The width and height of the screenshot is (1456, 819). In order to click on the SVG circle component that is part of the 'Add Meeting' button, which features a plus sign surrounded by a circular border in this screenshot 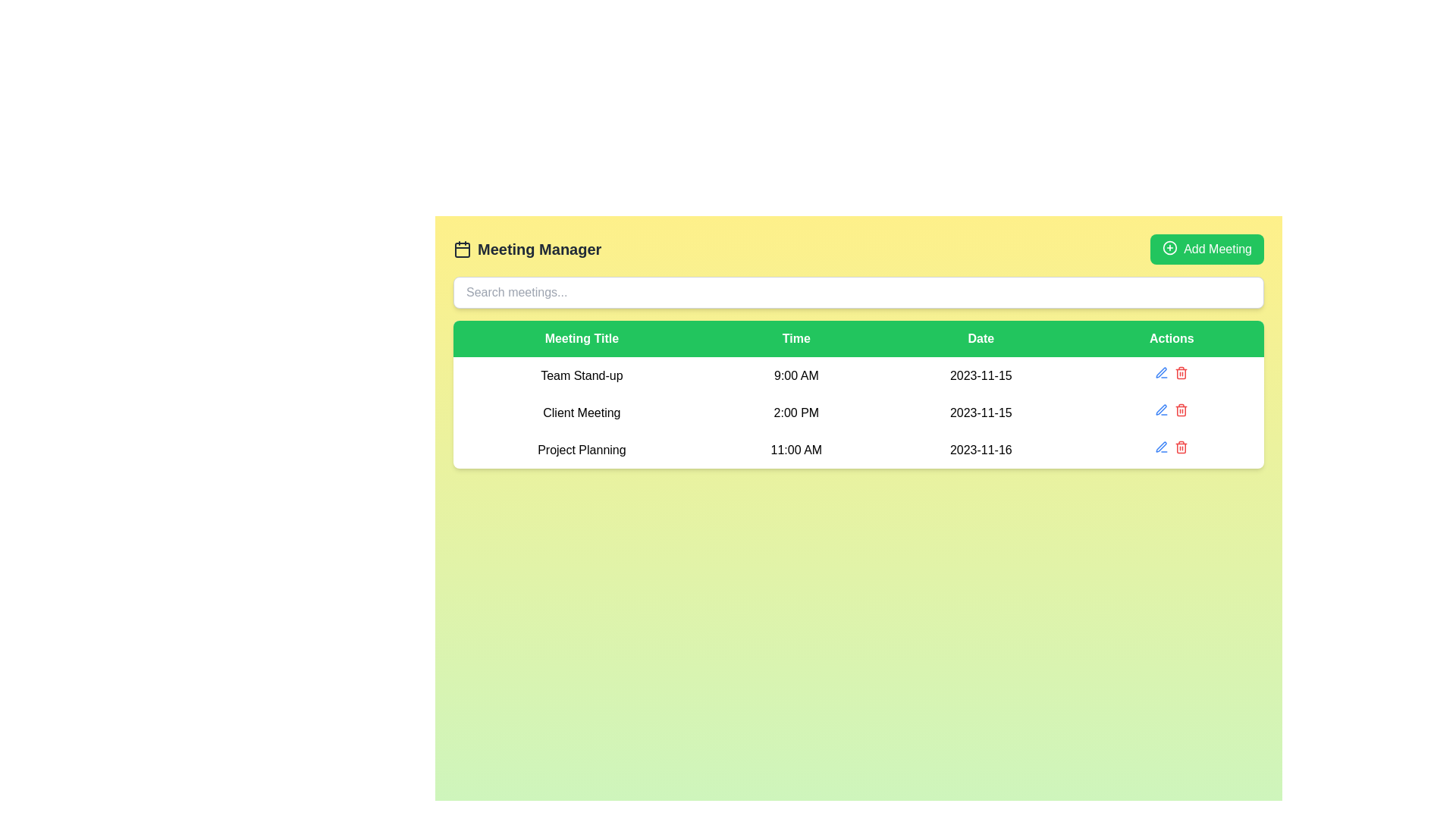, I will do `click(1169, 247)`.